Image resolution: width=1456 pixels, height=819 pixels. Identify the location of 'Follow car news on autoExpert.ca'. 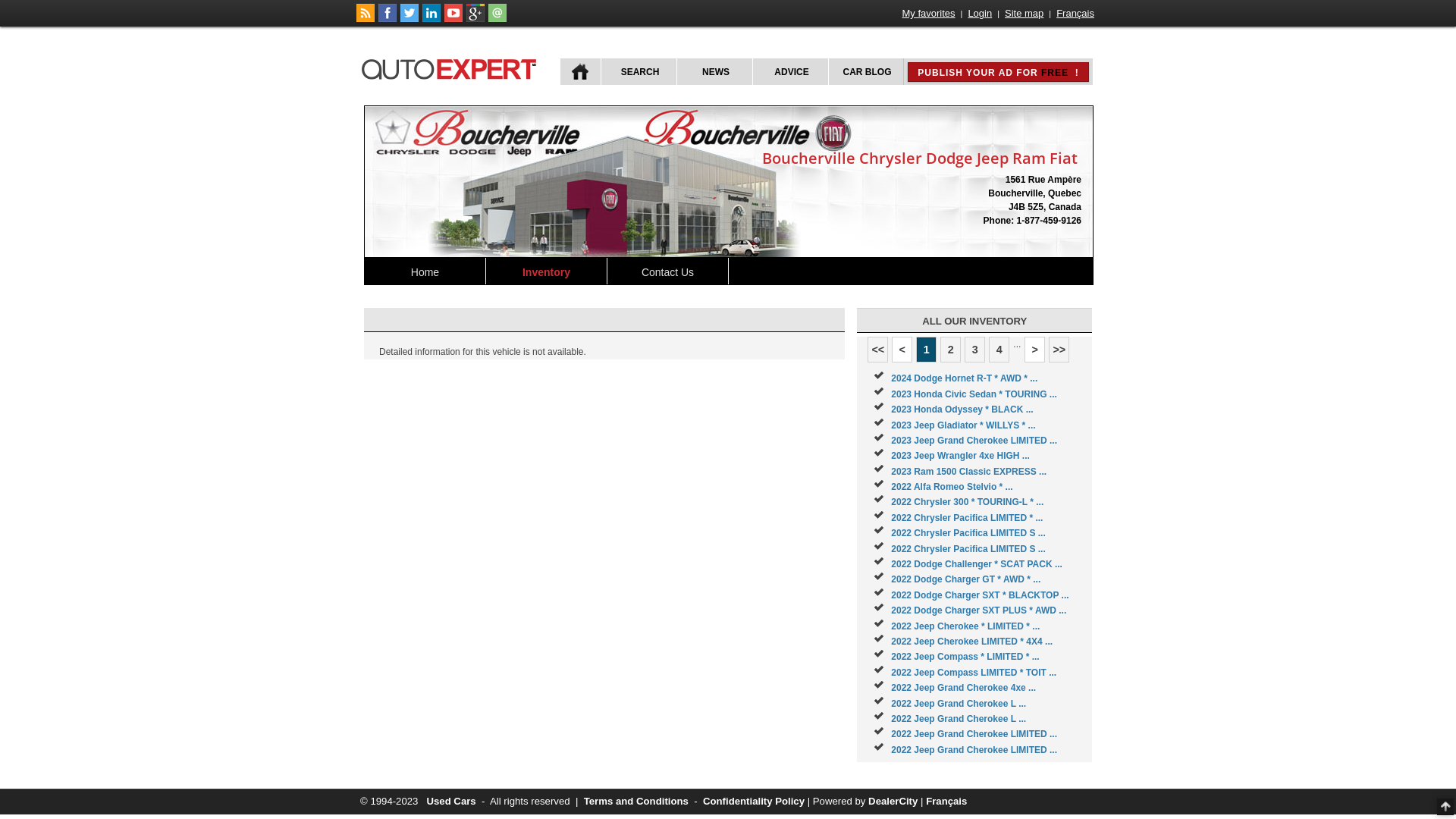
(365, 18).